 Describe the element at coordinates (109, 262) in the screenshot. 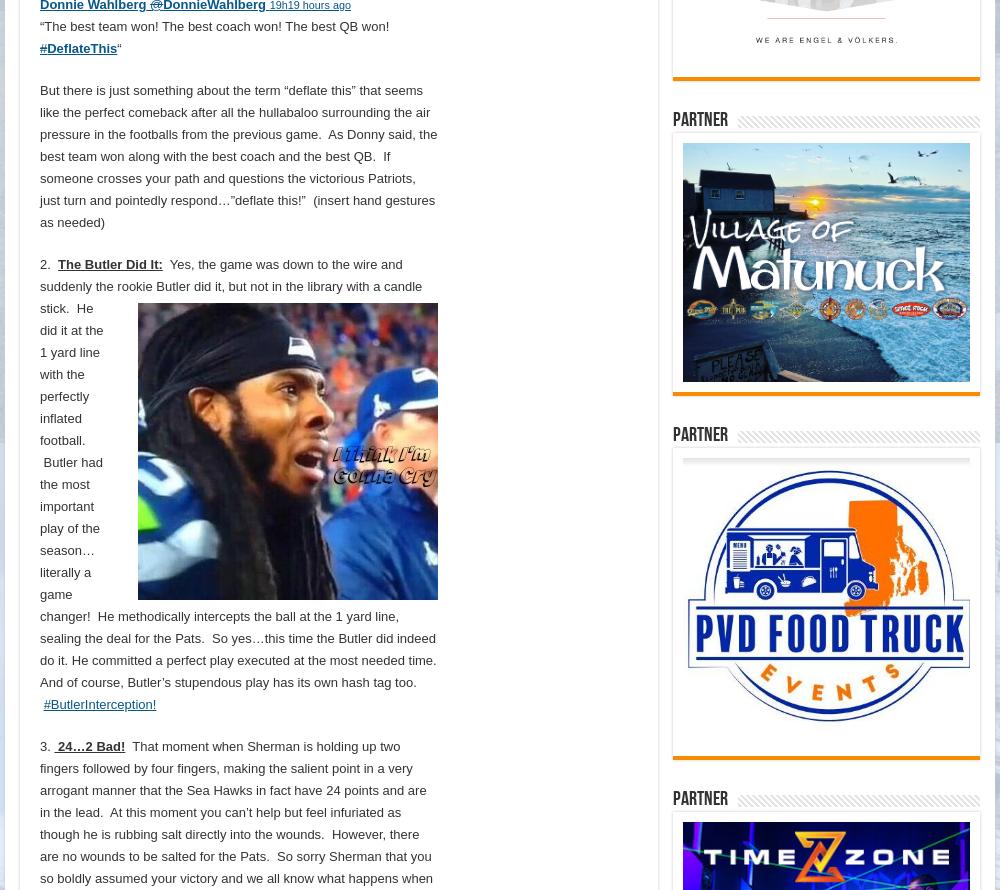

I see `'The Butler Did It:'` at that location.